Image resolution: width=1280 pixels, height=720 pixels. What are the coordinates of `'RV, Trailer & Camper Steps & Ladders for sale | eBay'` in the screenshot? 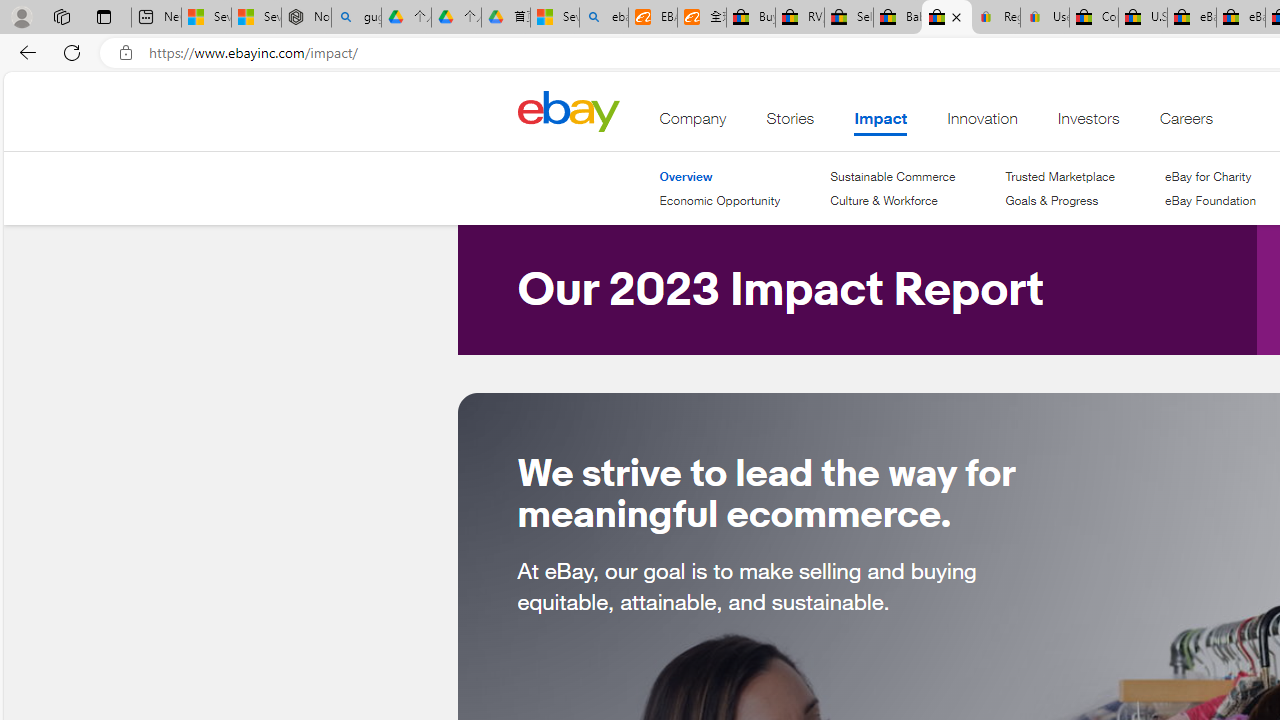 It's located at (800, 17).